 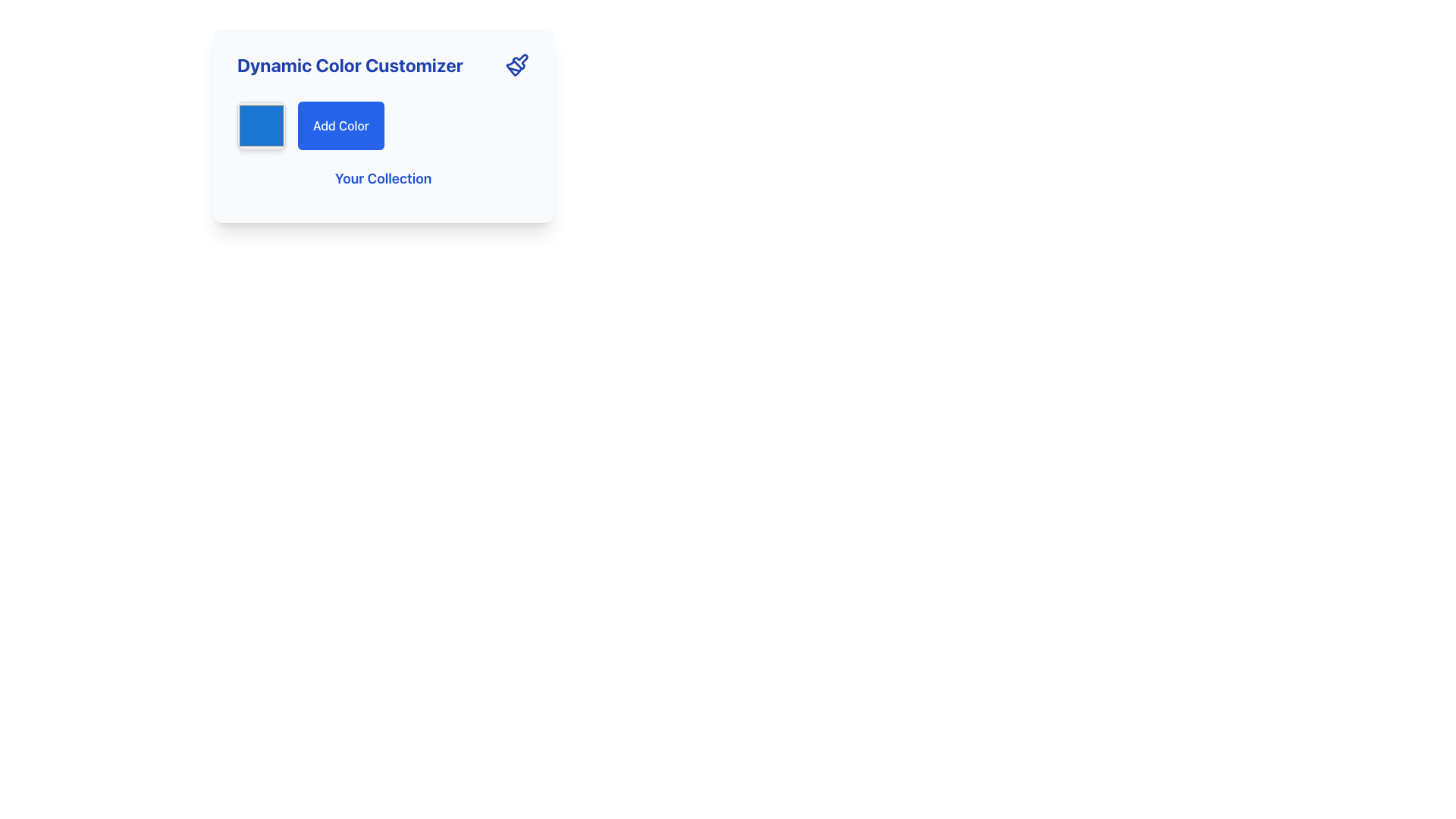 I want to click on the text label displaying 'Your Collection', which is styled with a bold and enlarged blue font, located in the lower portion of the panel beneath the 'Add Color' button, so click(x=383, y=183).